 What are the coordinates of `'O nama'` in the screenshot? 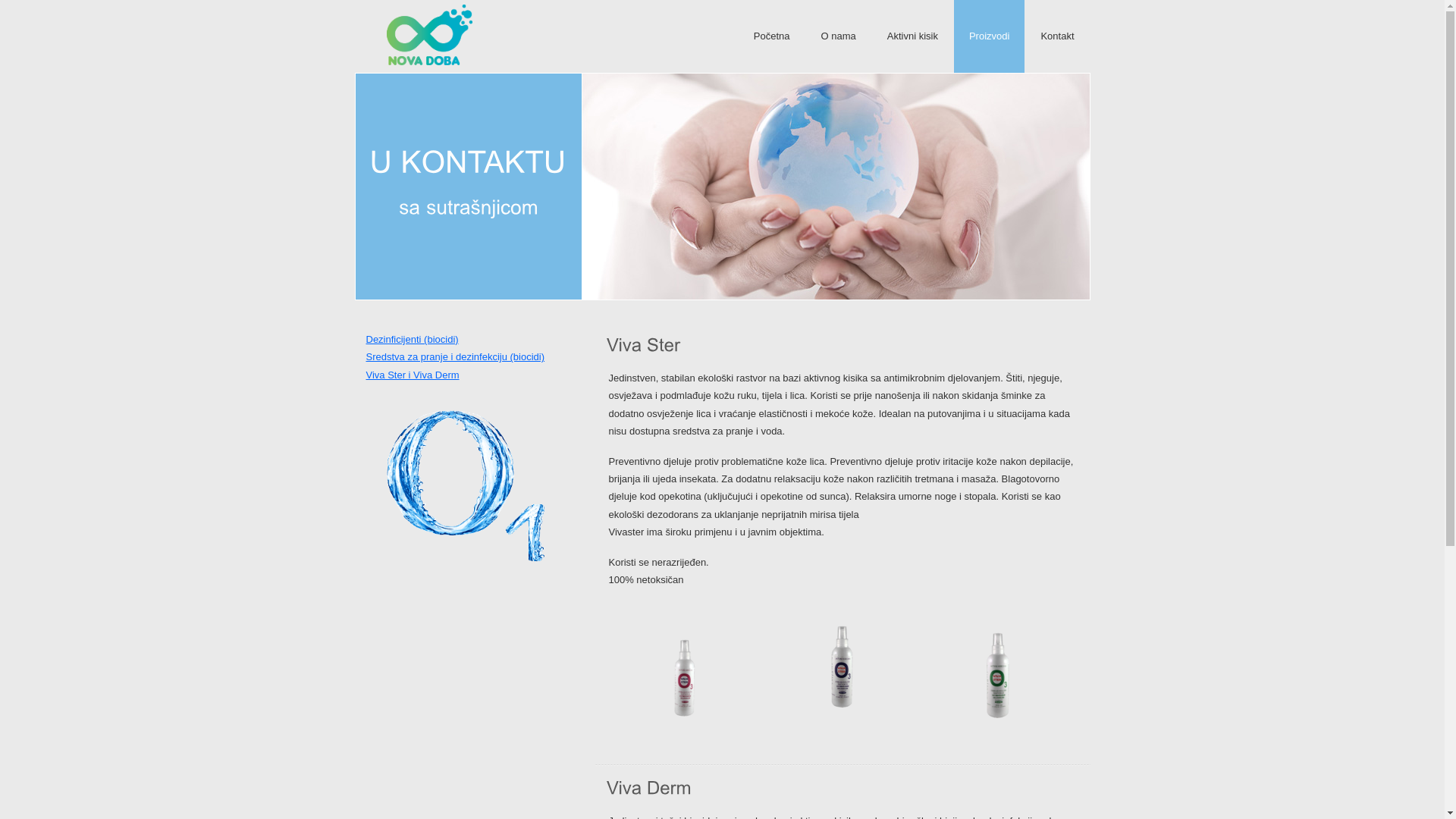 It's located at (836, 35).